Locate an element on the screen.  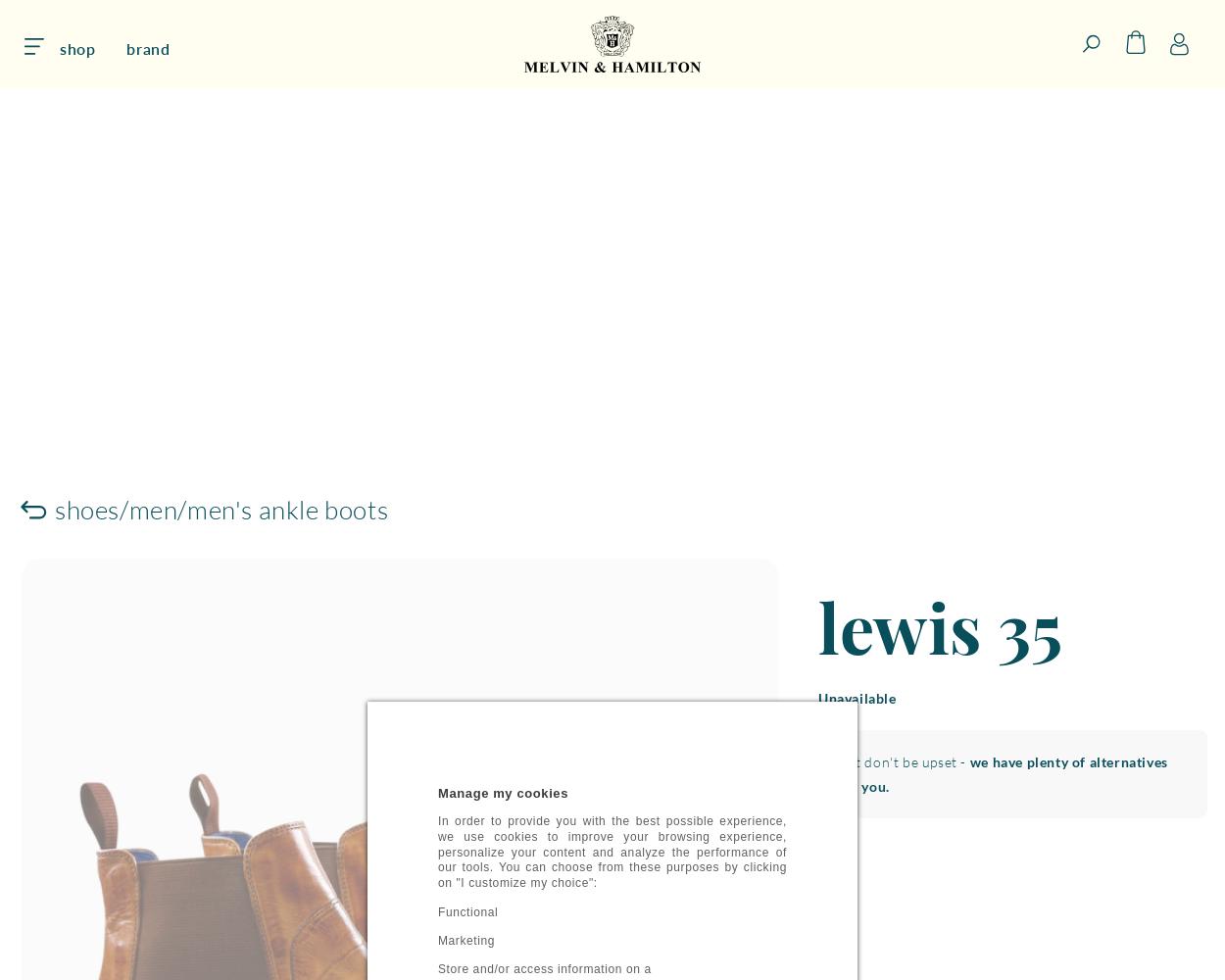
'Men' is located at coordinates (153, 509).